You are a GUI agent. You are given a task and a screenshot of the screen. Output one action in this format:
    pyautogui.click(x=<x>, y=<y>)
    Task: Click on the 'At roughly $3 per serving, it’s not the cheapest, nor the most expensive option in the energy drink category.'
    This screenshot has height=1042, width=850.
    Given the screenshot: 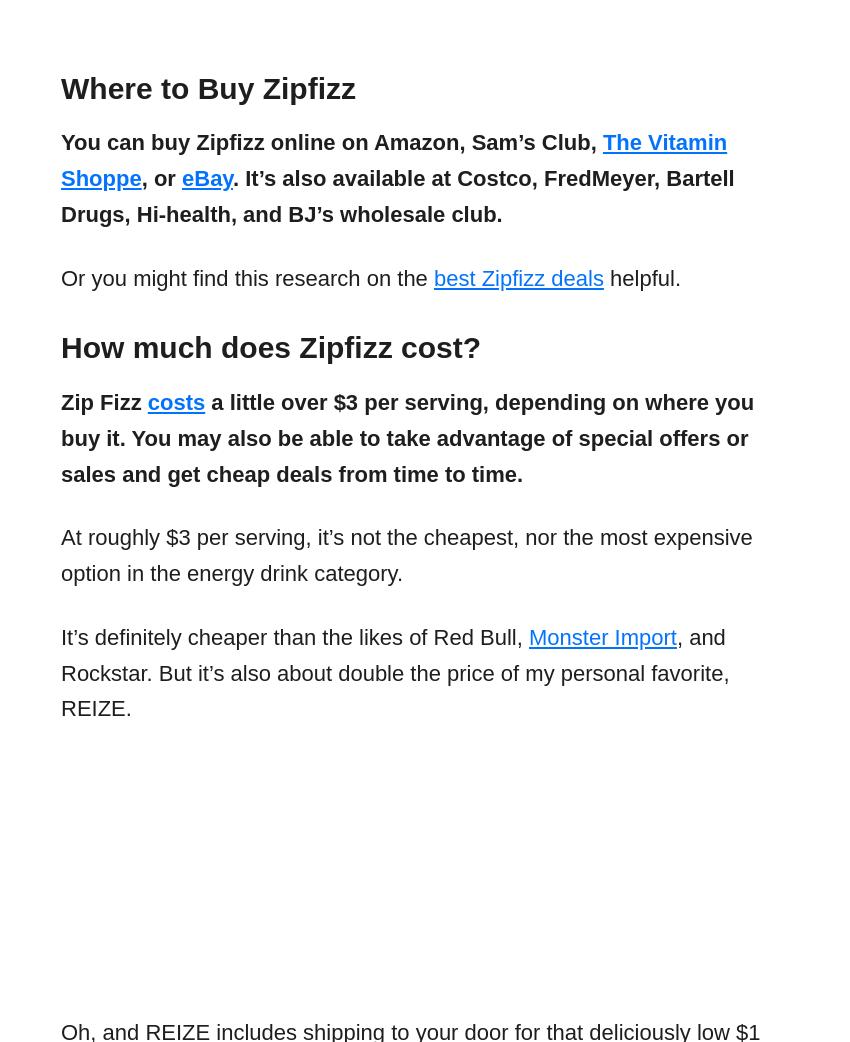 What is the action you would take?
    pyautogui.click(x=406, y=554)
    